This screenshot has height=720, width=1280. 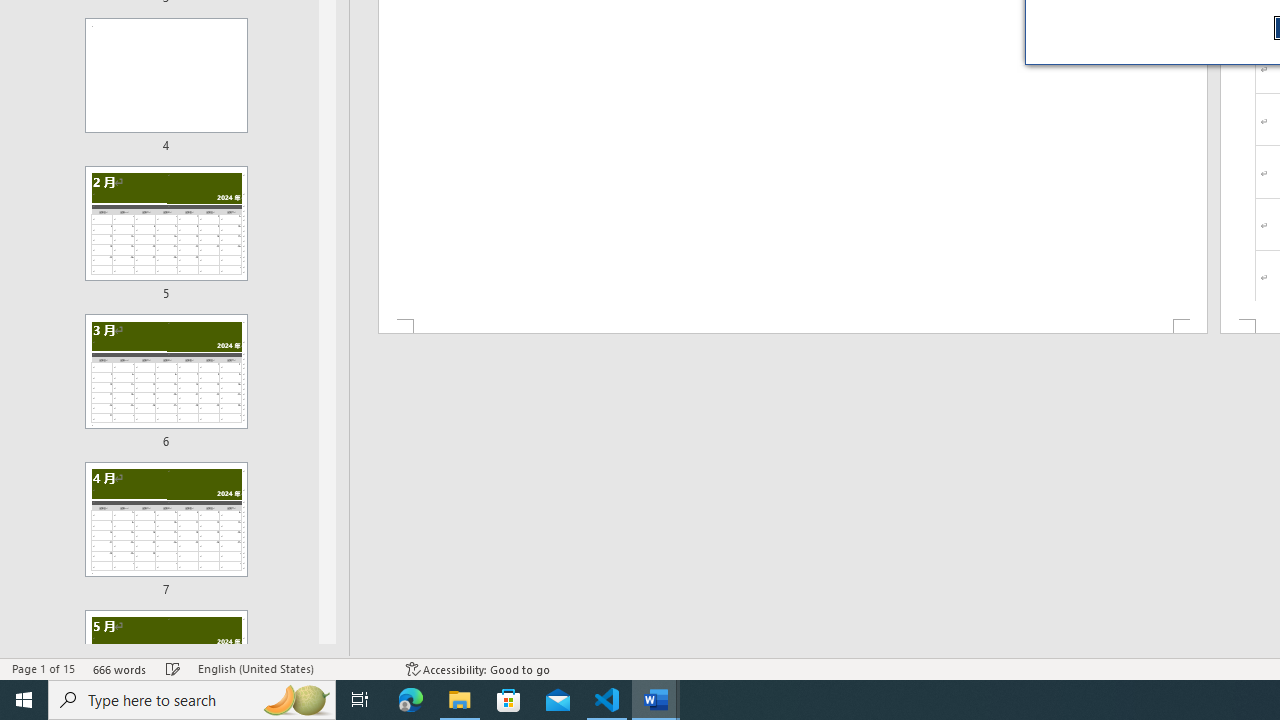 I want to click on 'Search highlights icon opens search home window', so click(x=294, y=698).